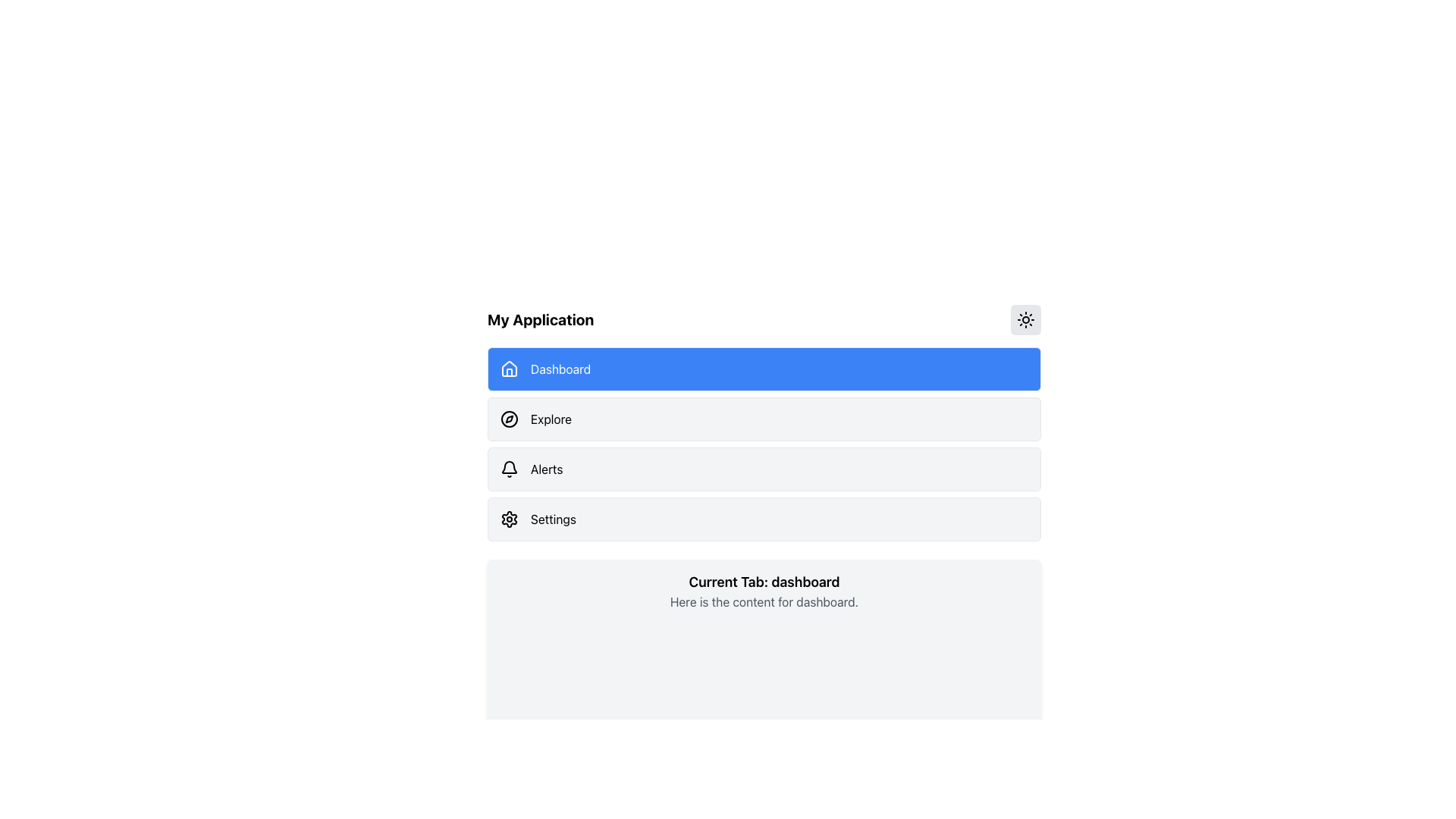 The width and height of the screenshot is (1456, 819). What do you see at coordinates (510, 519) in the screenshot?
I see `the cogwheel icon representing settings, located to the left of the 'Settings' menu item in the vertical navigation bar` at bounding box center [510, 519].